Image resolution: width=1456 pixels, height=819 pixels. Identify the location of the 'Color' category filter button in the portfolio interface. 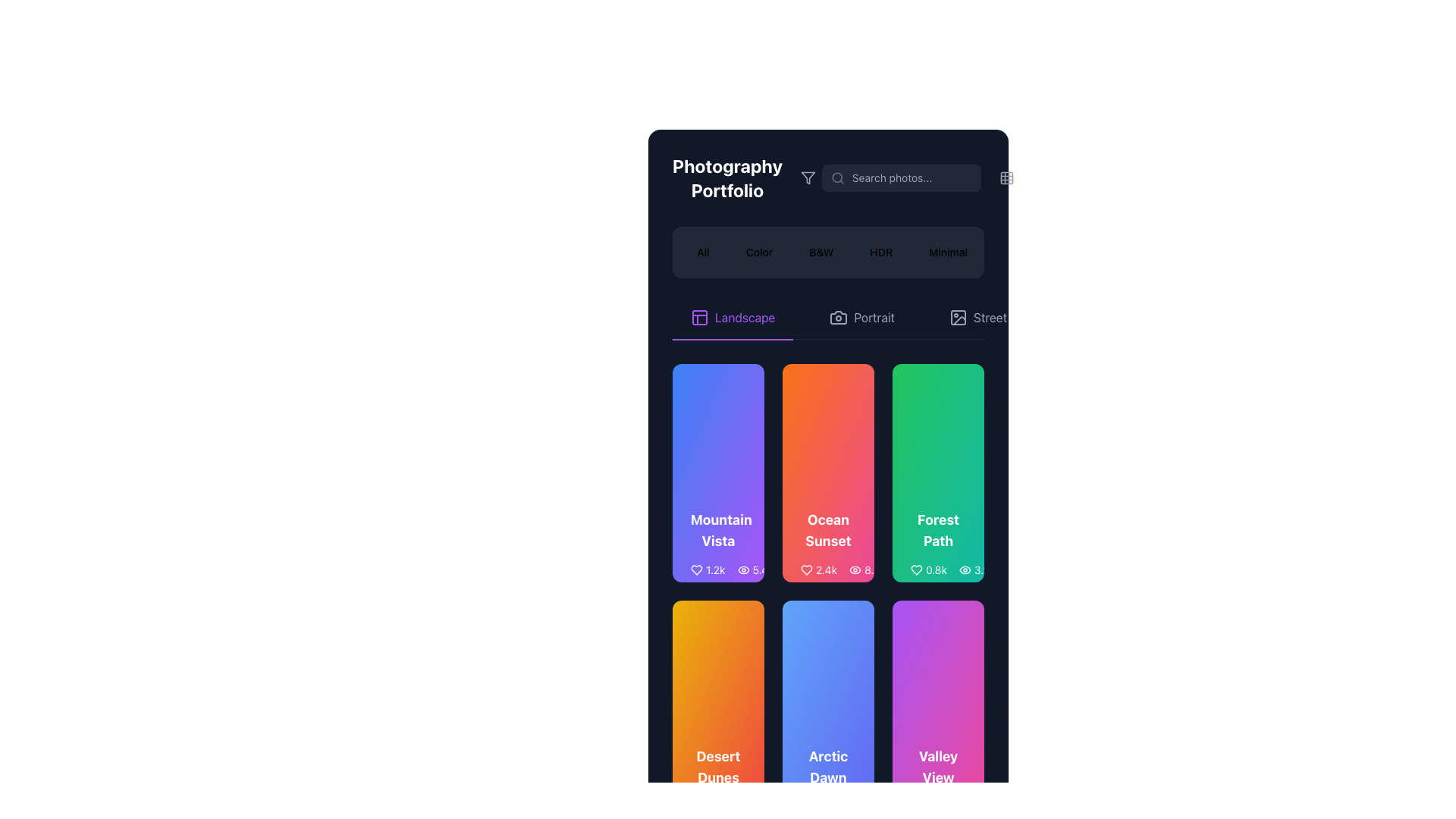
(759, 251).